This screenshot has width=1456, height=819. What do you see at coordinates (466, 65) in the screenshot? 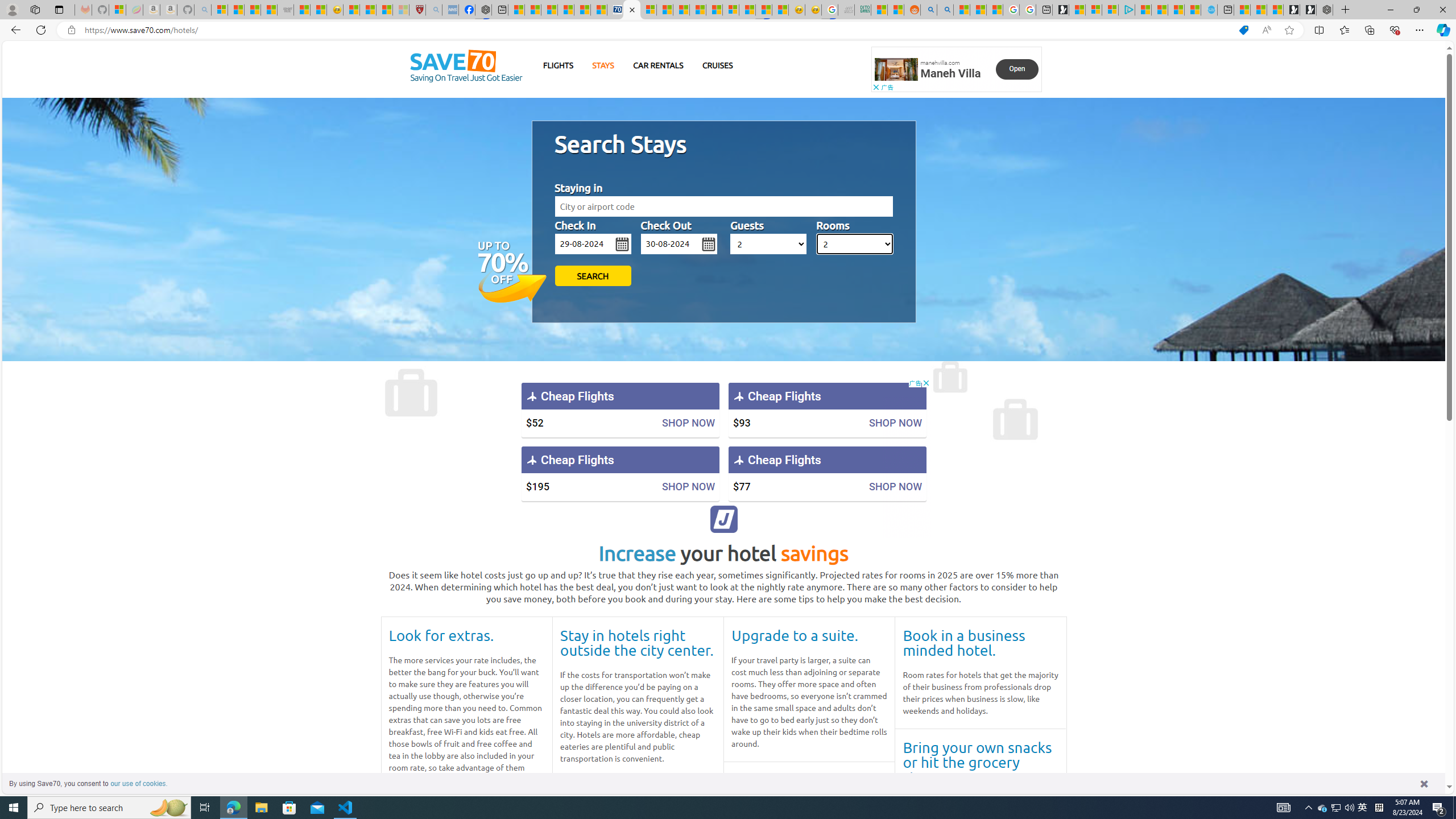
I see `'Homepage'` at bounding box center [466, 65].